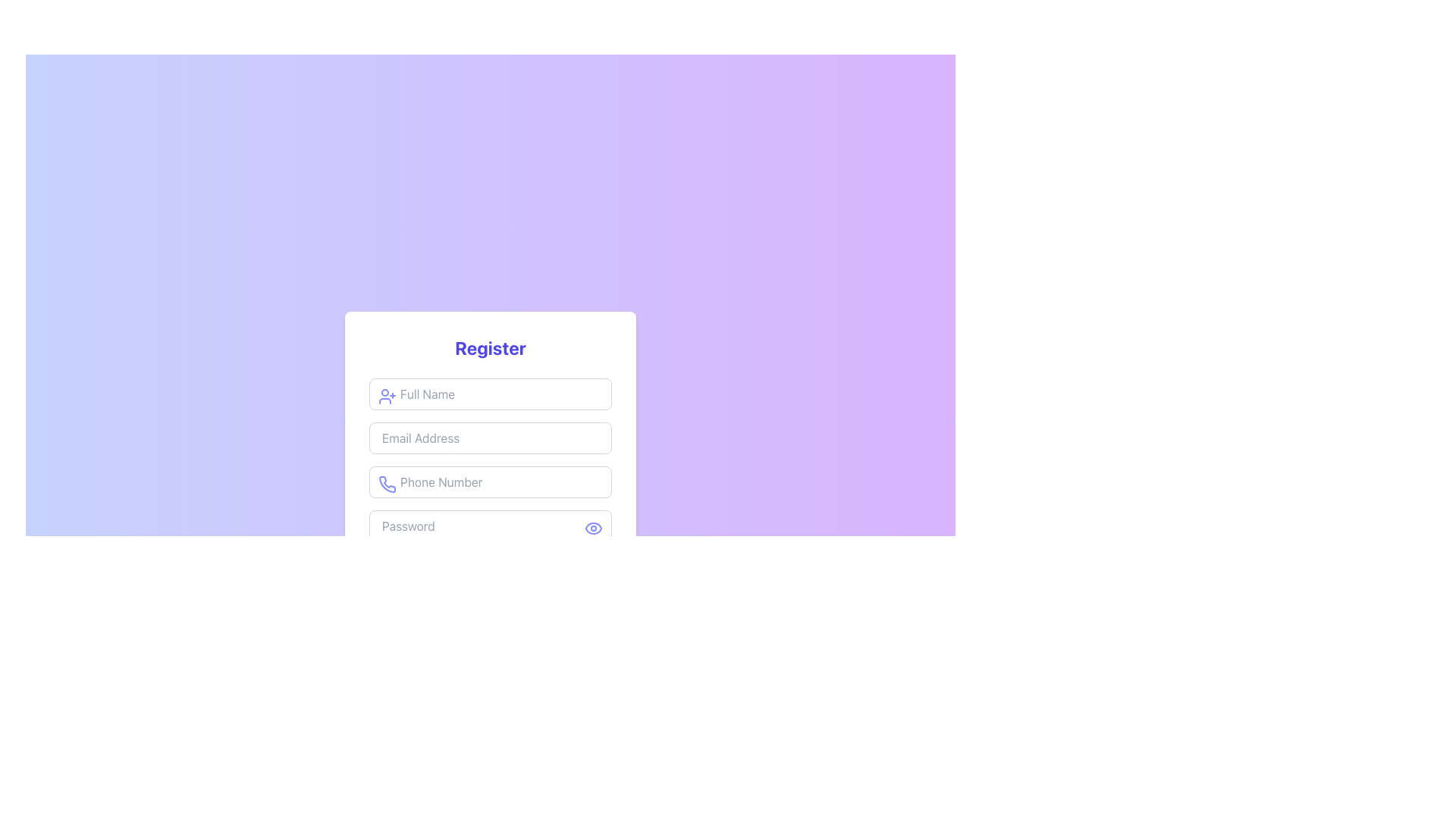 This screenshot has height=819, width=1456. I want to click on the phone icon, which is a decorative indicator located inside the 'Phone Number' input field on the center-left side of the field, so click(388, 485).